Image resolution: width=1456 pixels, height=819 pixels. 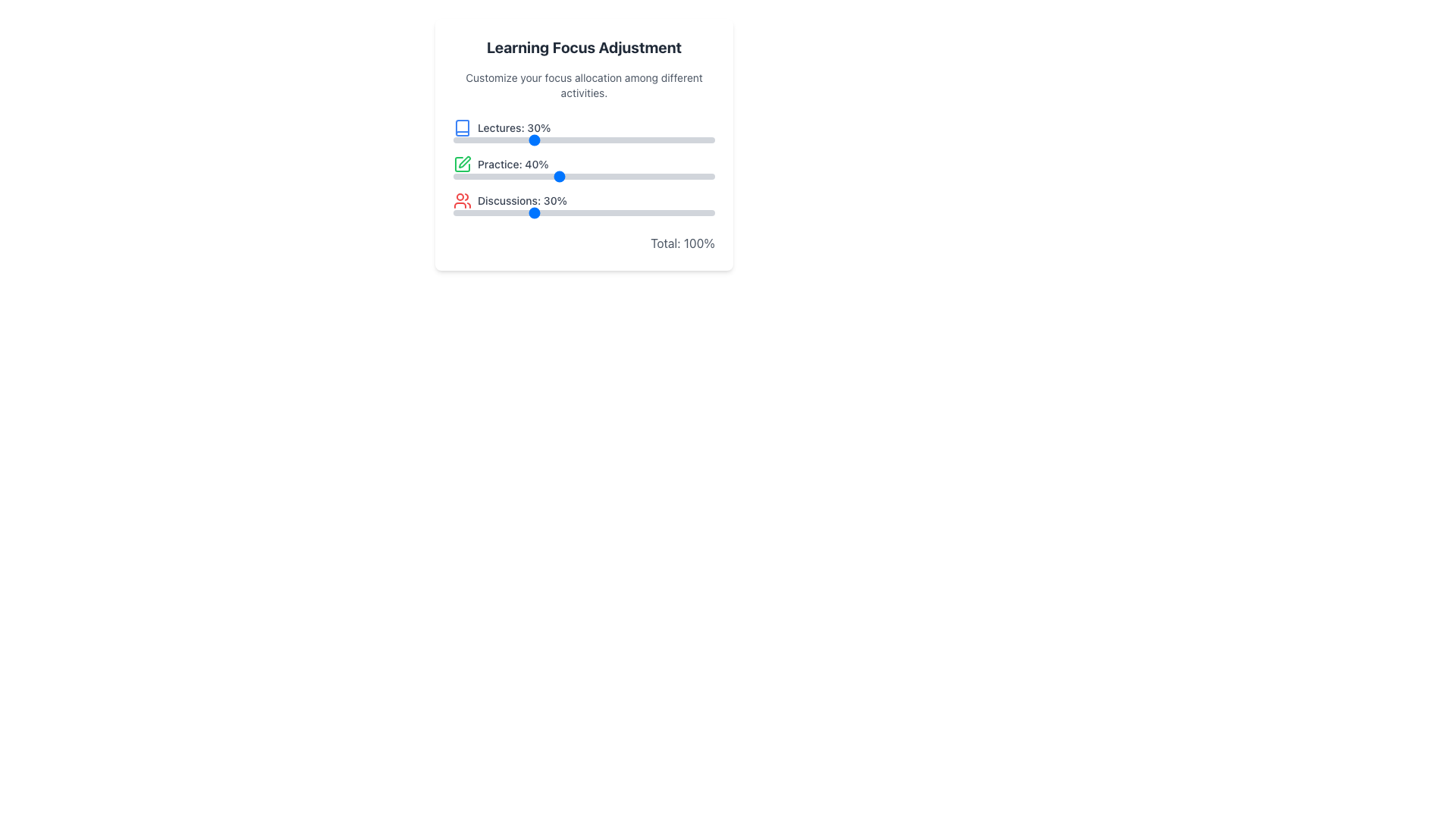 What do you see at coordinates (457, 175) in the screenshot?
I see `the 'Practice' slider` at bounding box center [457, 175].